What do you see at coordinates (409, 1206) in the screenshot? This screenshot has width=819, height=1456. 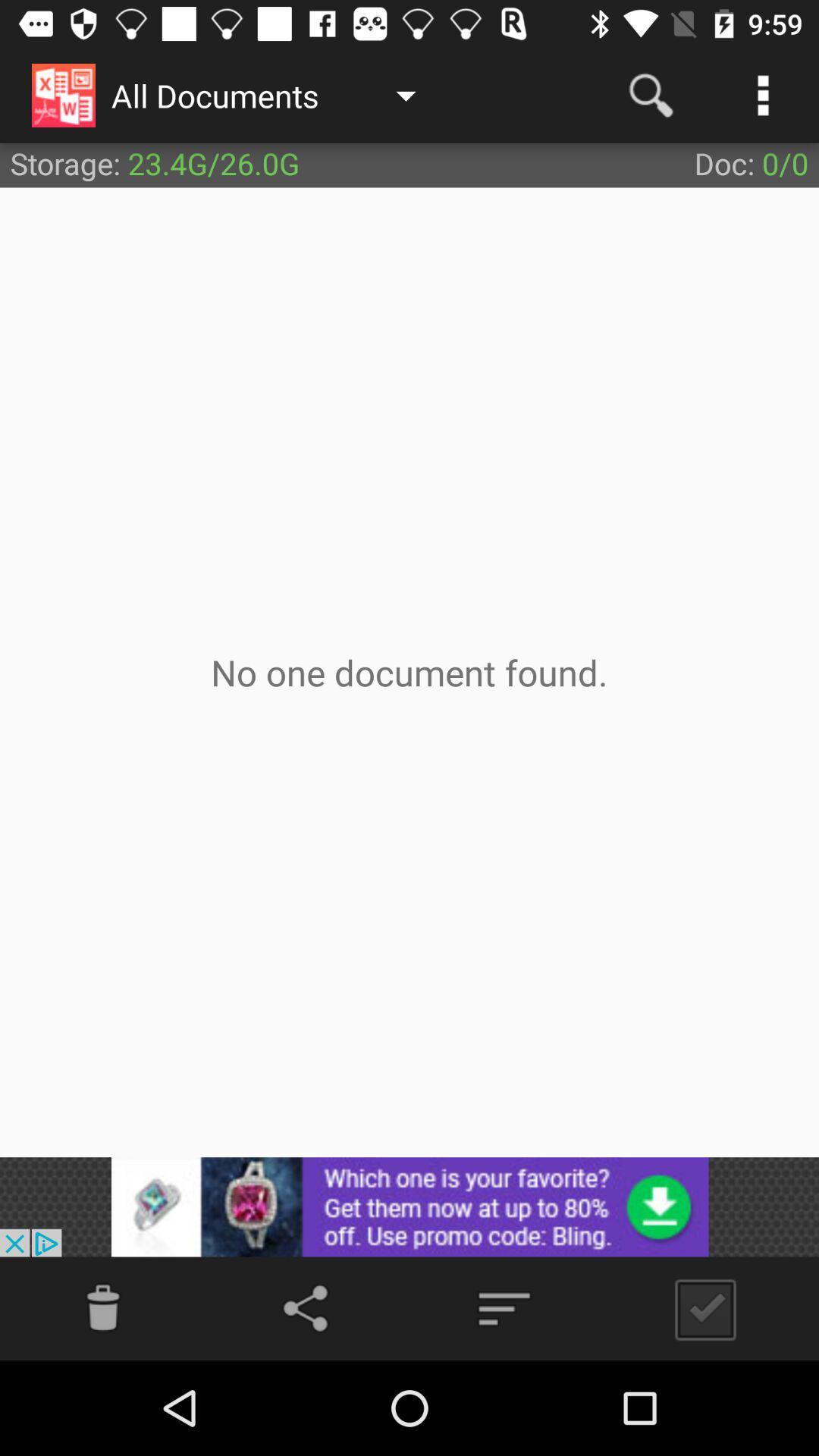 I see `advertisement` at bounding box center [409, 1206].